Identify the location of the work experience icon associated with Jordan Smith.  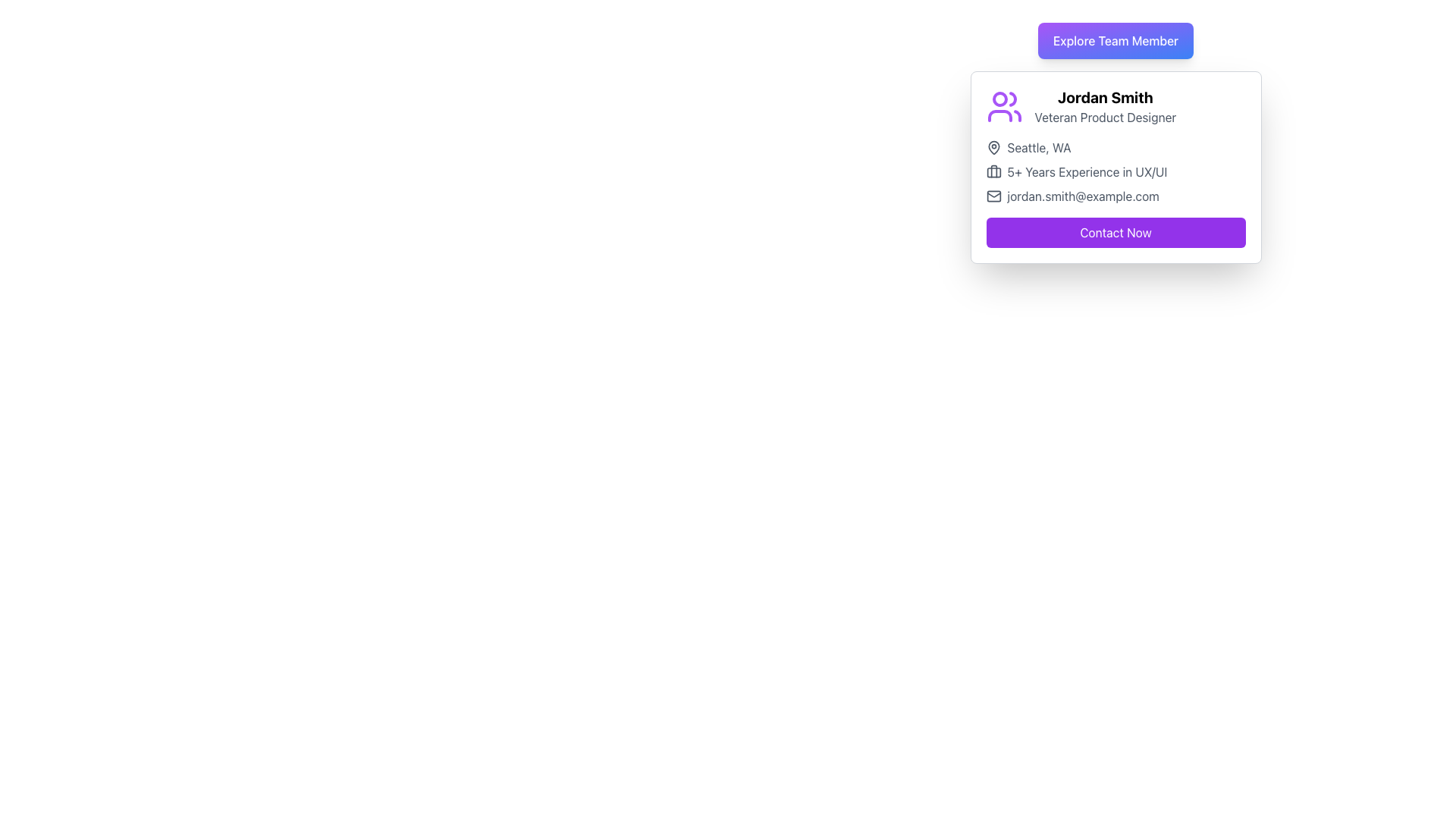
(993, 171).